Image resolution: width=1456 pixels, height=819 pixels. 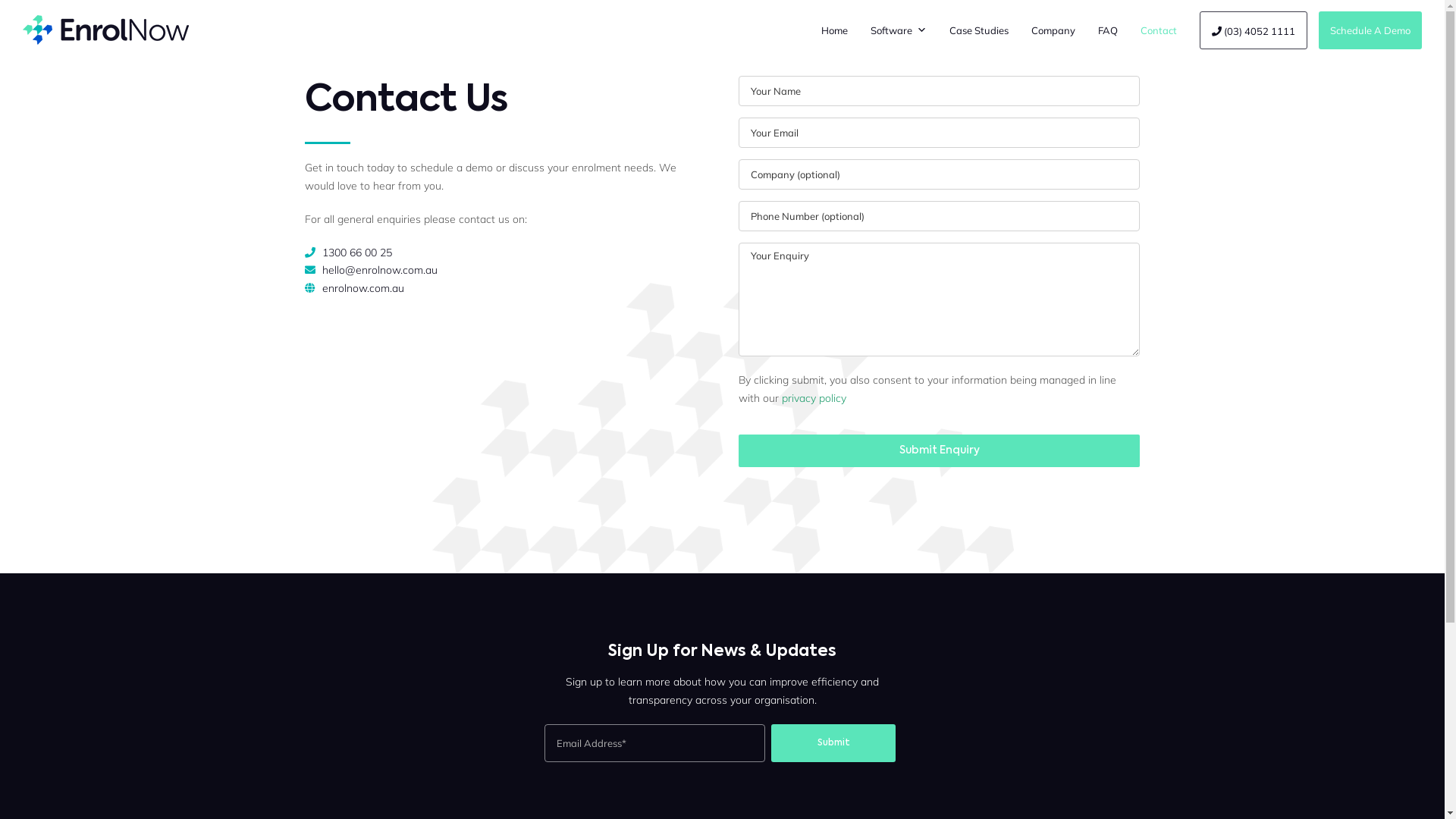 What do you see at coordinates (1370, 30) in the screenshot?
I see `'Schedule A Demo'` at bounding box center [1370, 30].